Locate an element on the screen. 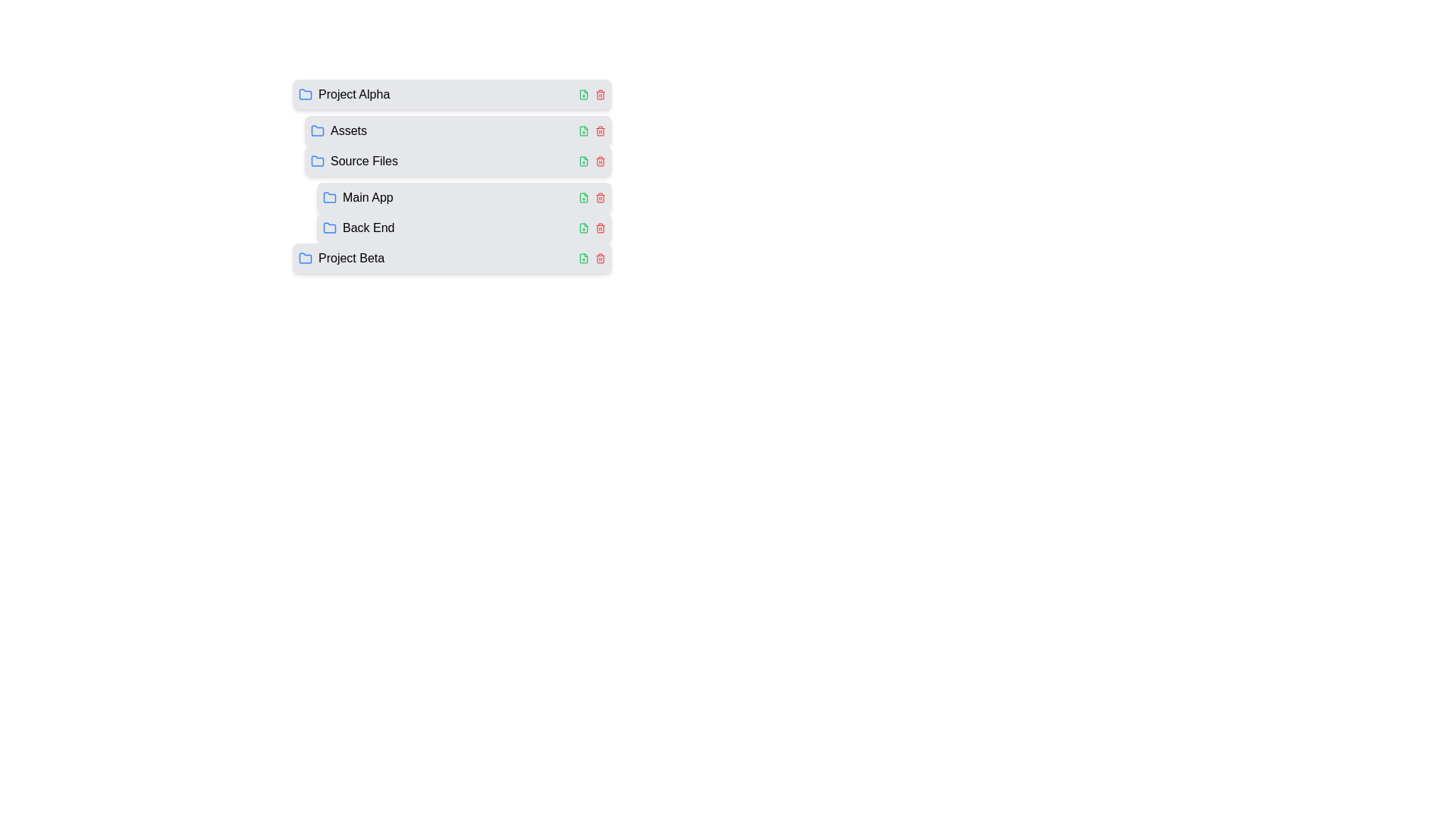 The image size is (1456, 819). the first icon on the left in the horizontal row of icons for 'Project Beta', which resembles a green document with a plus symbol is located at coordinates (582, 257).